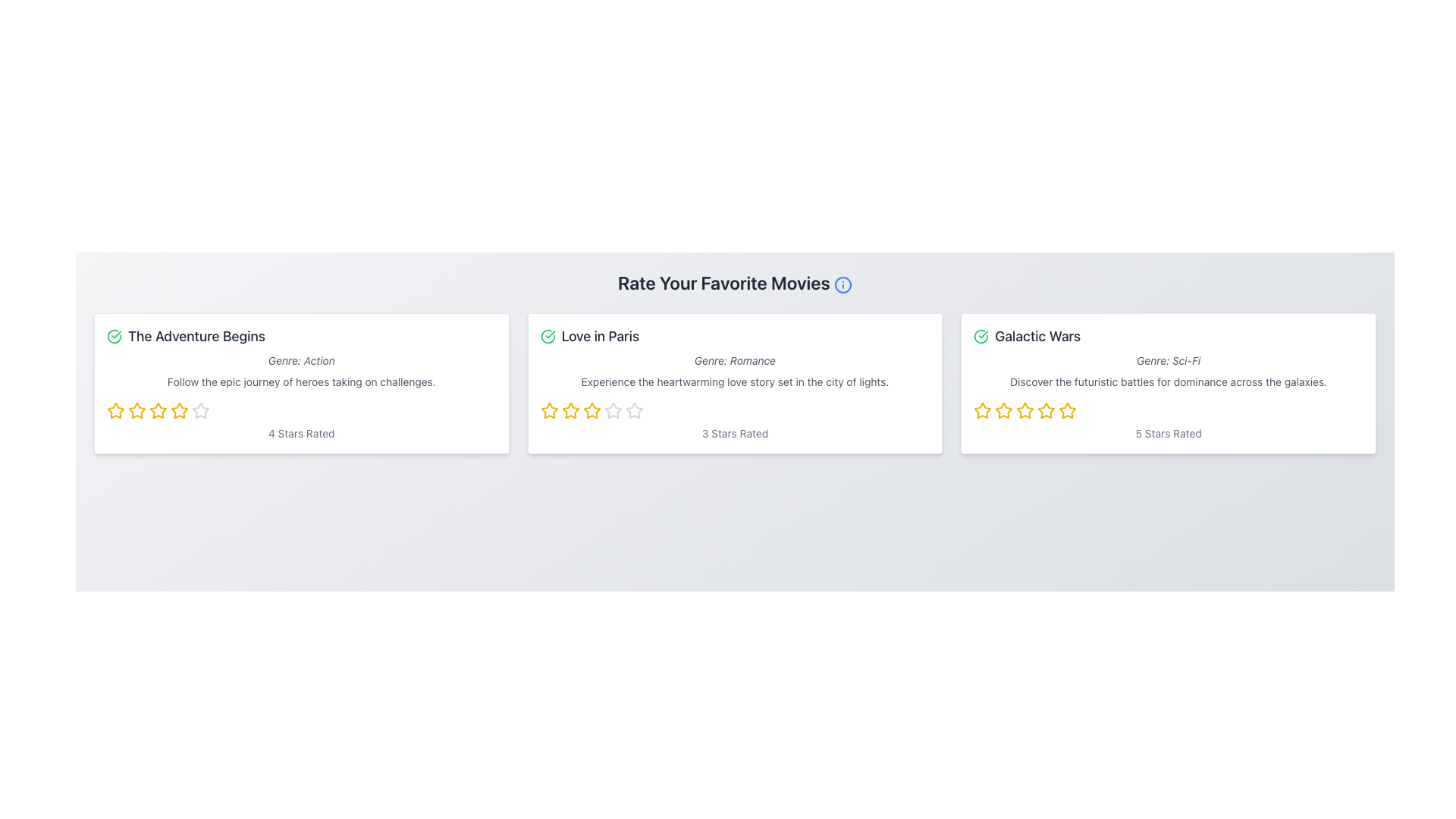 This screenshot has width=1456, height=819. I want to click on the Information Card that provides an overview of a movie, positioned as the first card in a grid layout adjacent to the 'Love in Paris' card, so click(301, 382).